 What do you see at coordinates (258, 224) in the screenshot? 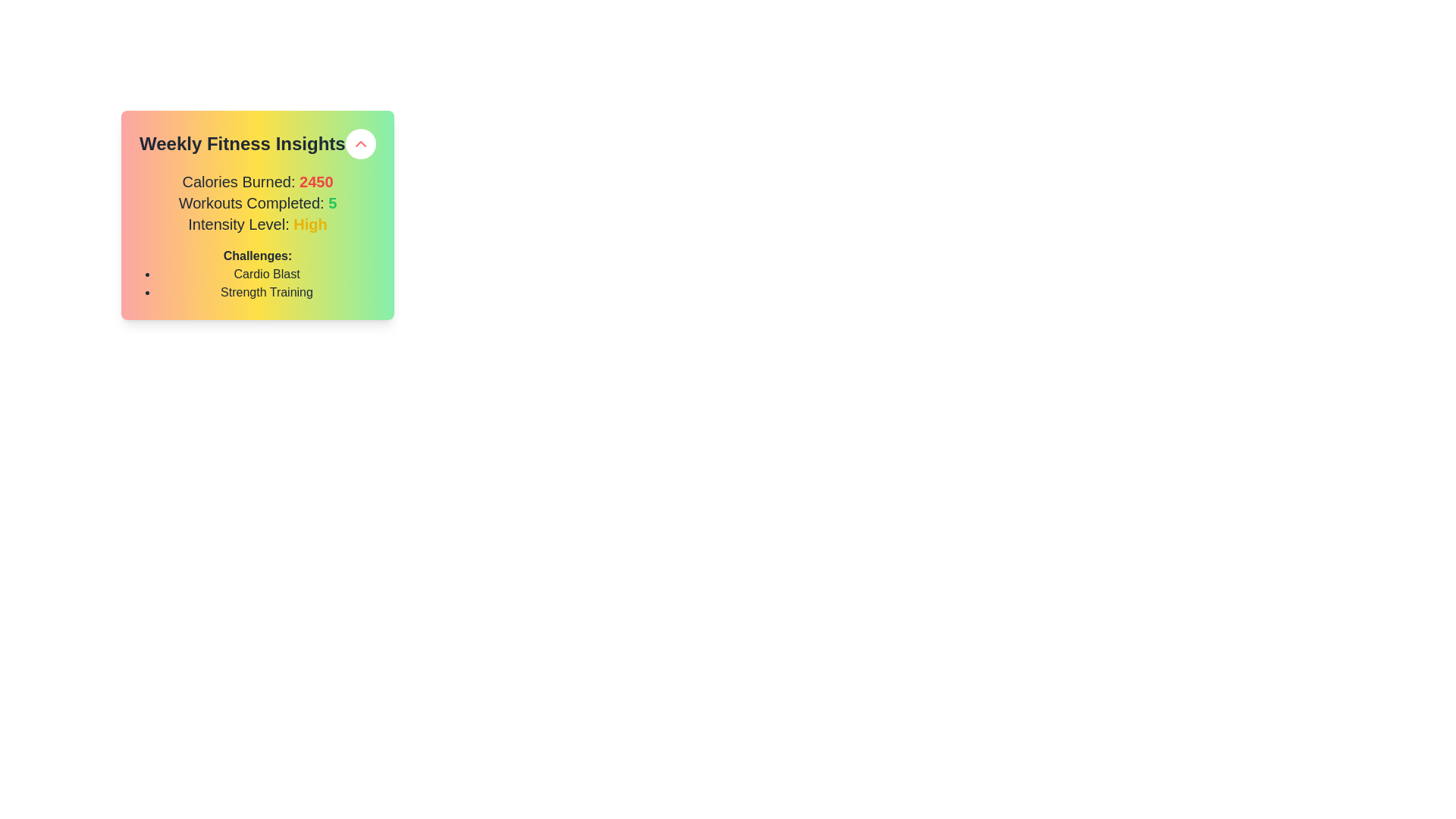
I see `the information displayed in the text snippet 'Intensity Level: High' located in the bottom-right section of the 'Weekly Fitness Insights' box` at bounding box center [258, 224].